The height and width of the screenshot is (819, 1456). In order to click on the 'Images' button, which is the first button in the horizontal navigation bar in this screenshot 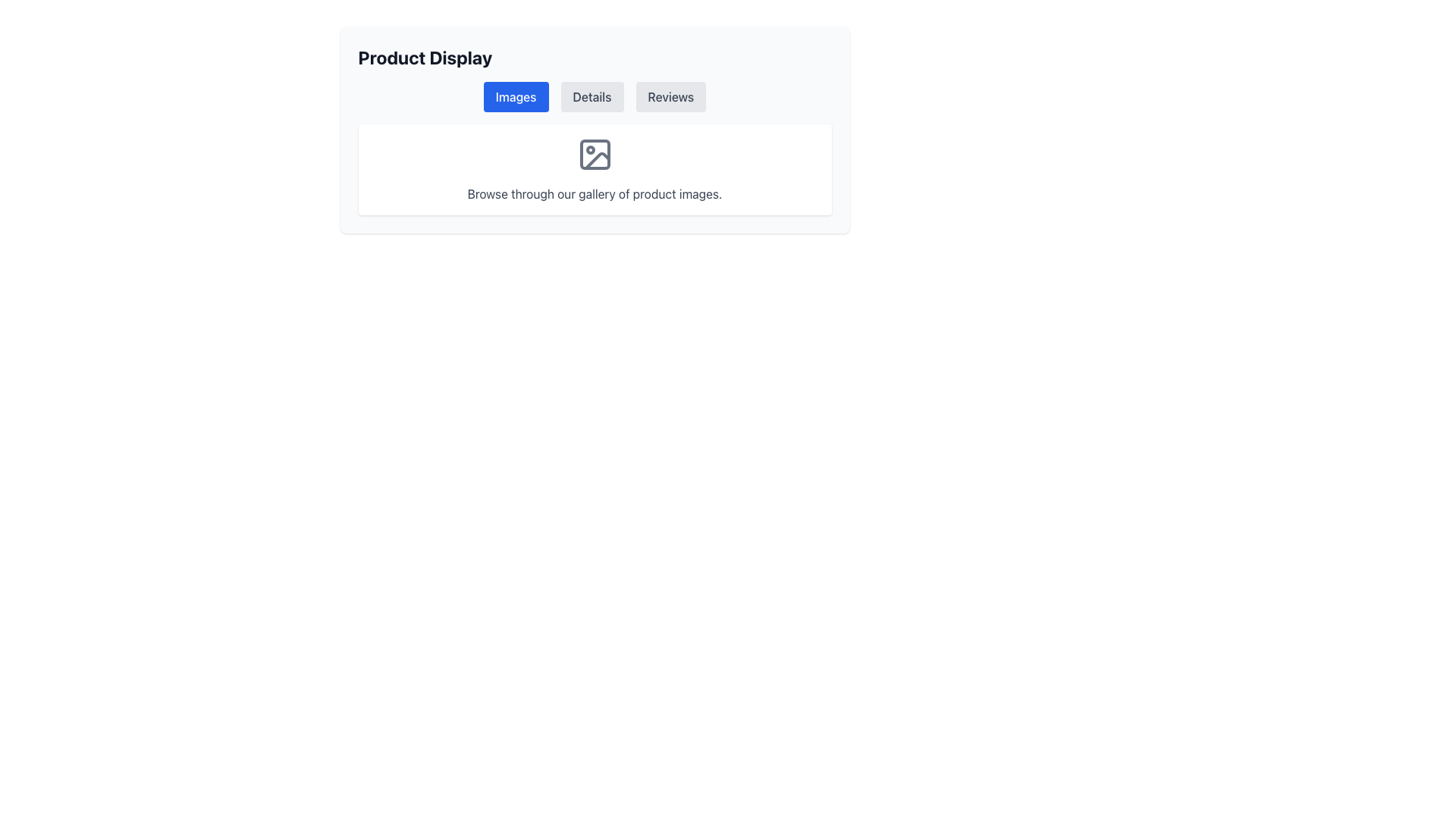, I will do `click(516, 96)`.